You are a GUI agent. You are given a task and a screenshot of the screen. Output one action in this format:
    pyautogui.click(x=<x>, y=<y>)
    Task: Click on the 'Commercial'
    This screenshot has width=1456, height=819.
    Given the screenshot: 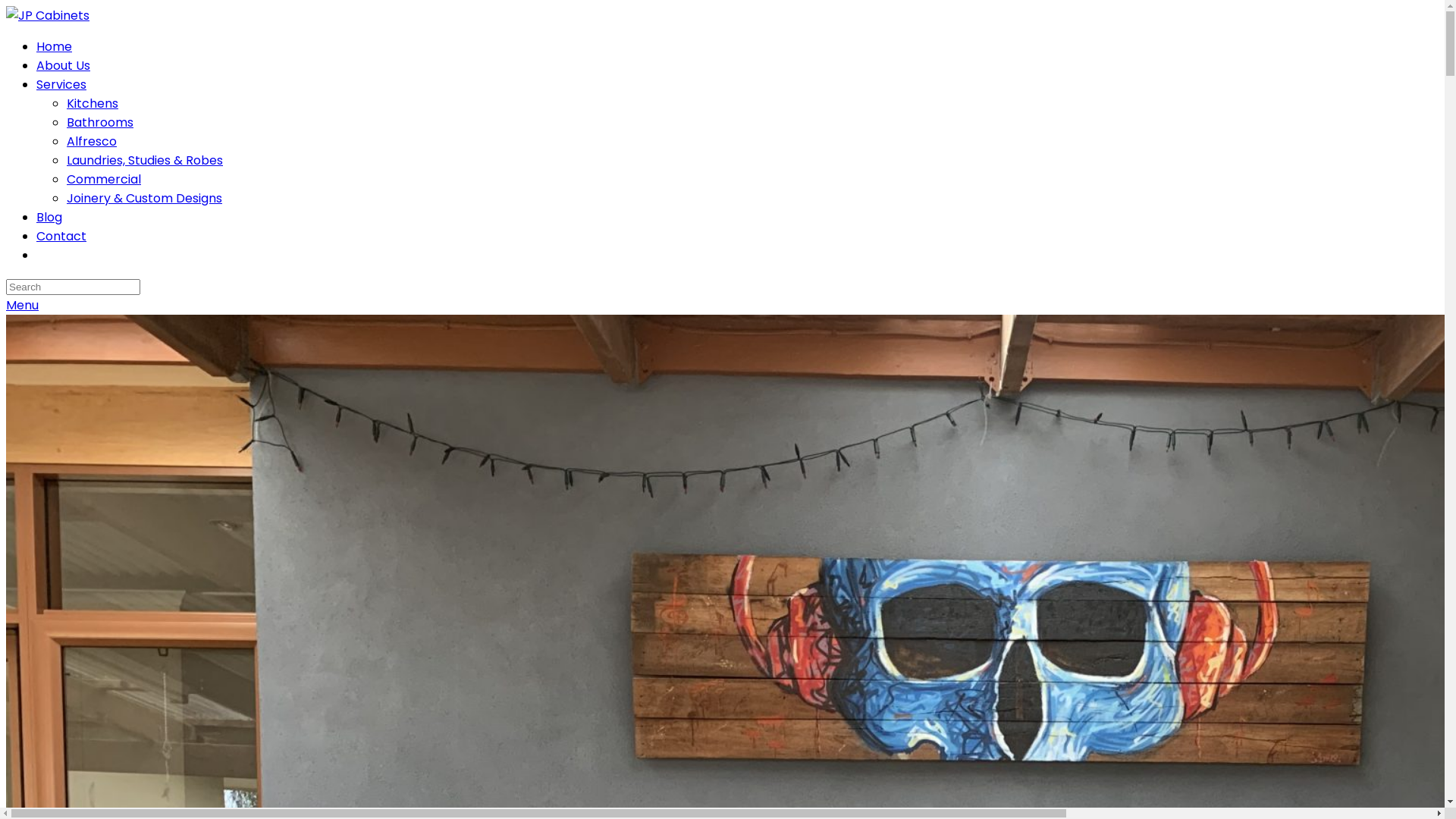 What is the action you would take?
    pyautogui.click(x=103, y=178)
    